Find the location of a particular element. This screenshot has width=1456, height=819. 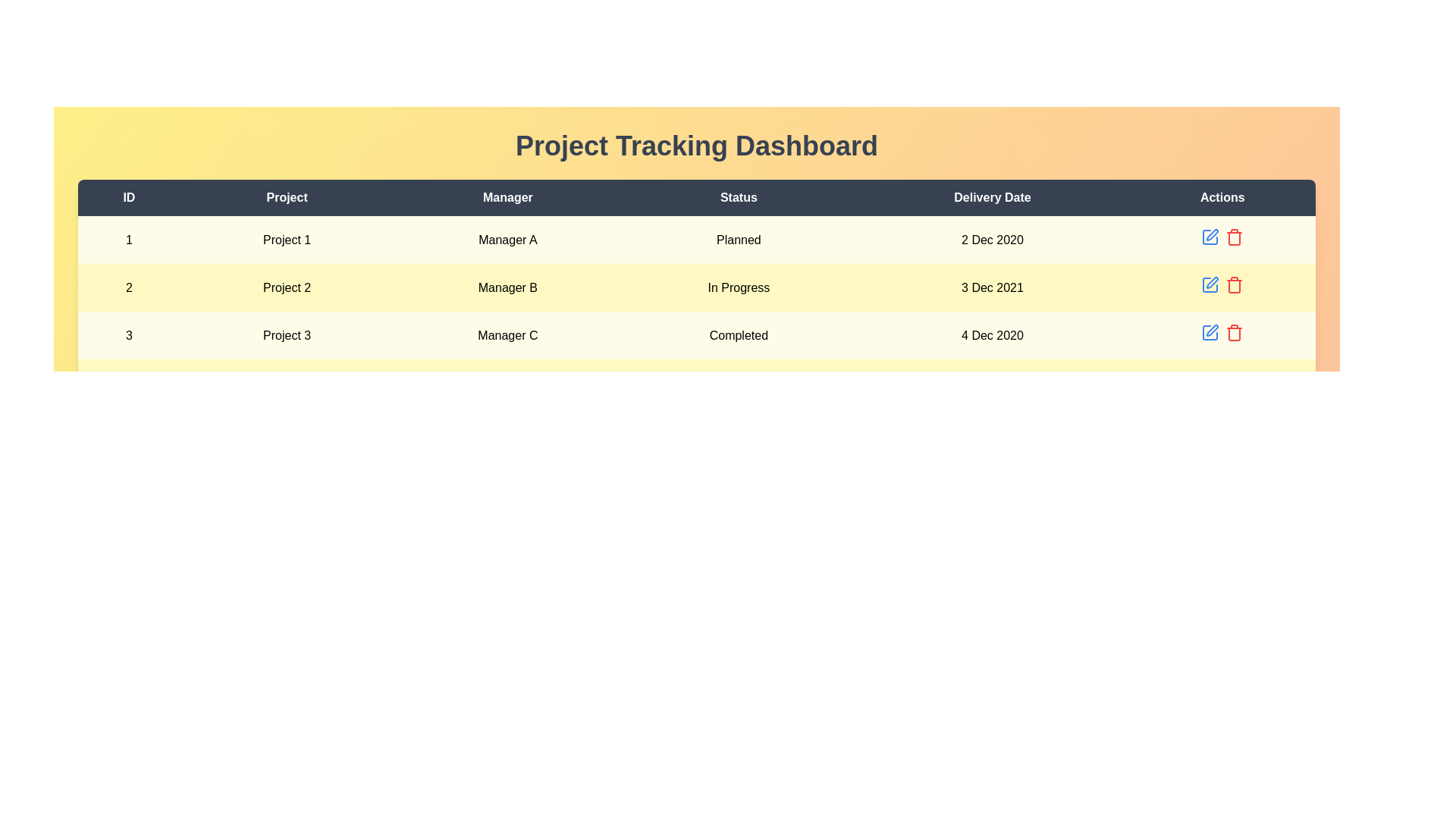

the row corresponding to 1 is located at coordinates (695, 239).